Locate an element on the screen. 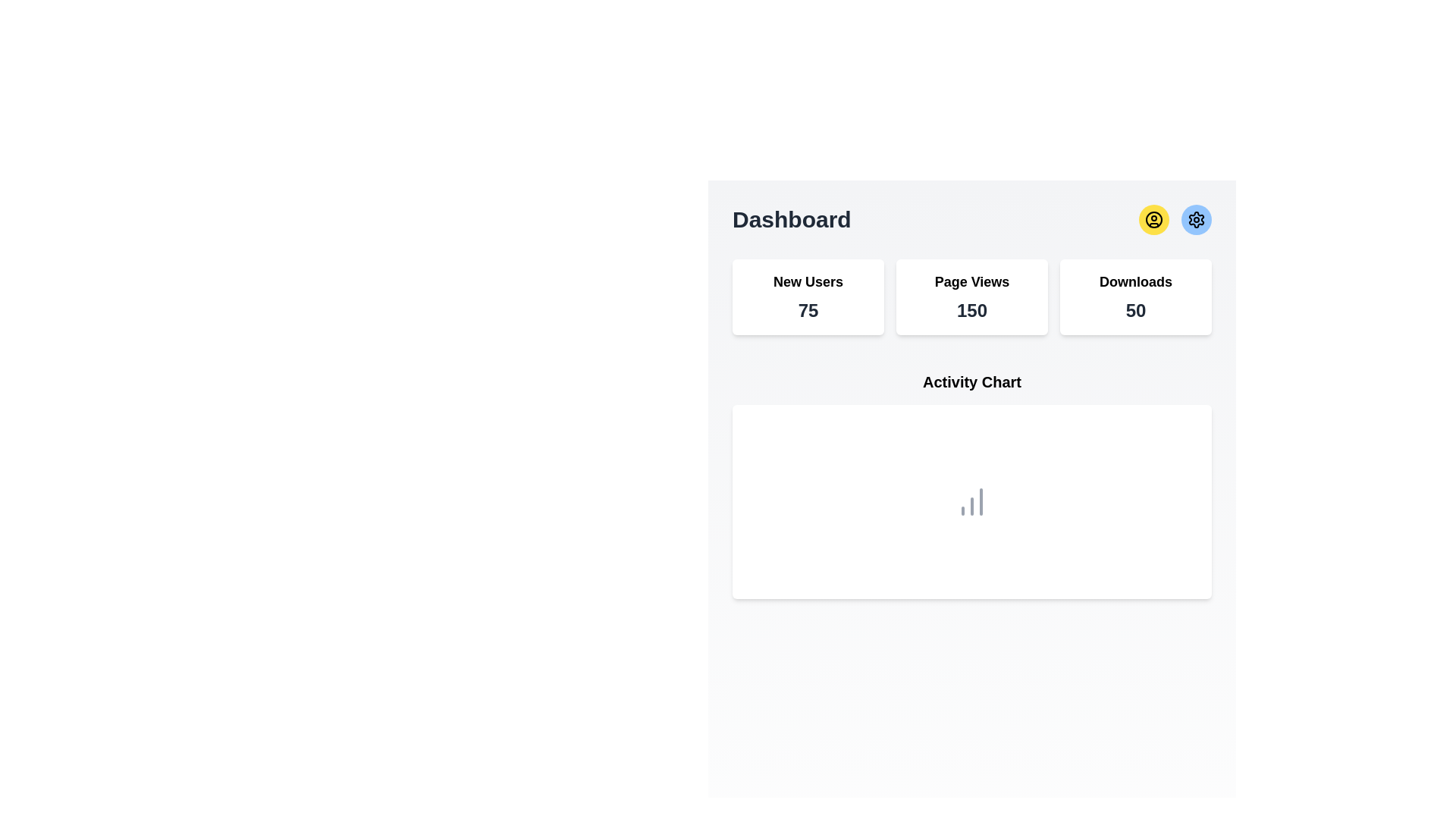  the circular user profile icon with a black outline and yellow background, located in the top-right area of the interface is located at coordinates (1153, 219).